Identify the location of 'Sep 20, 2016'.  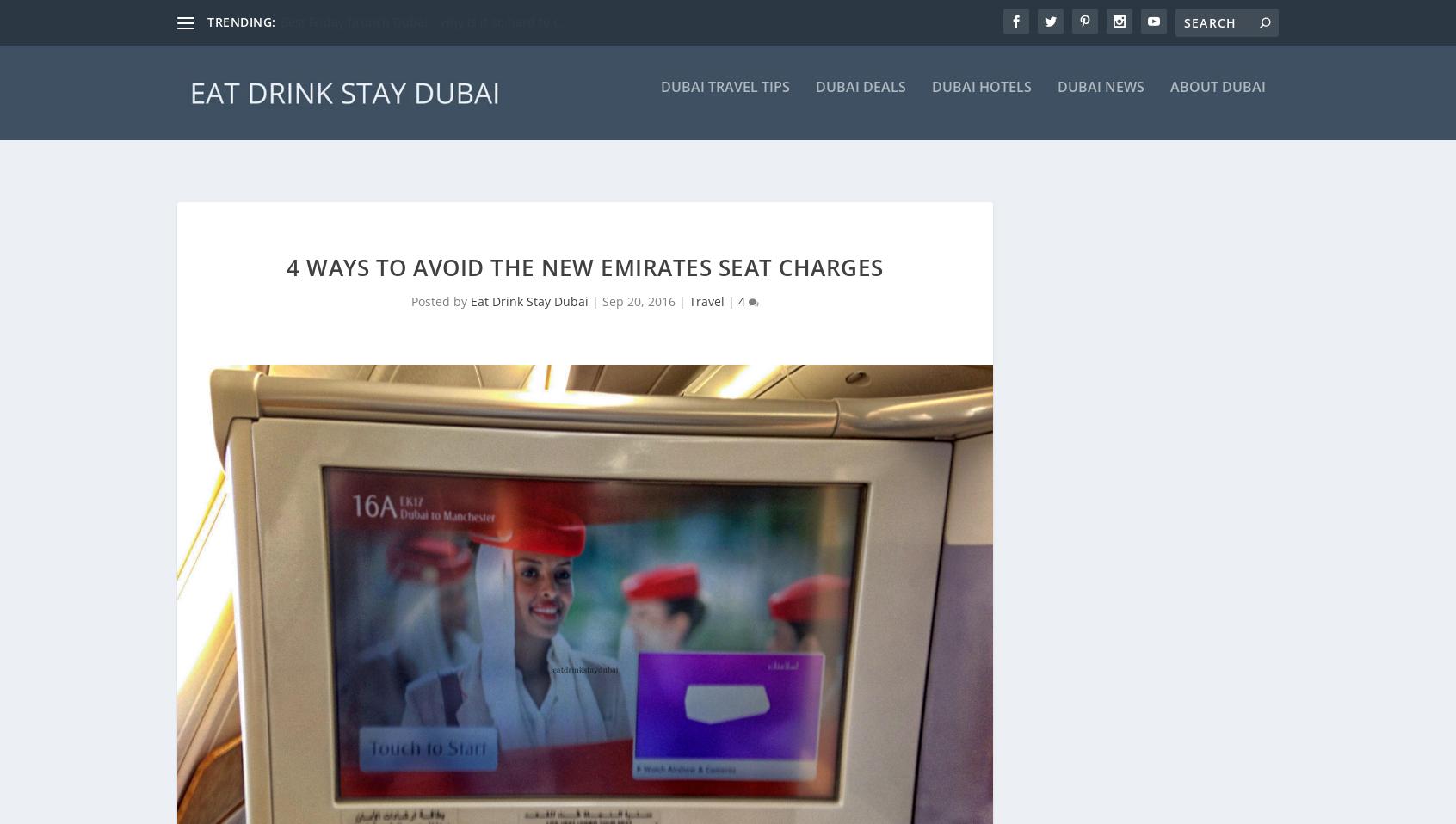
(638, 273).